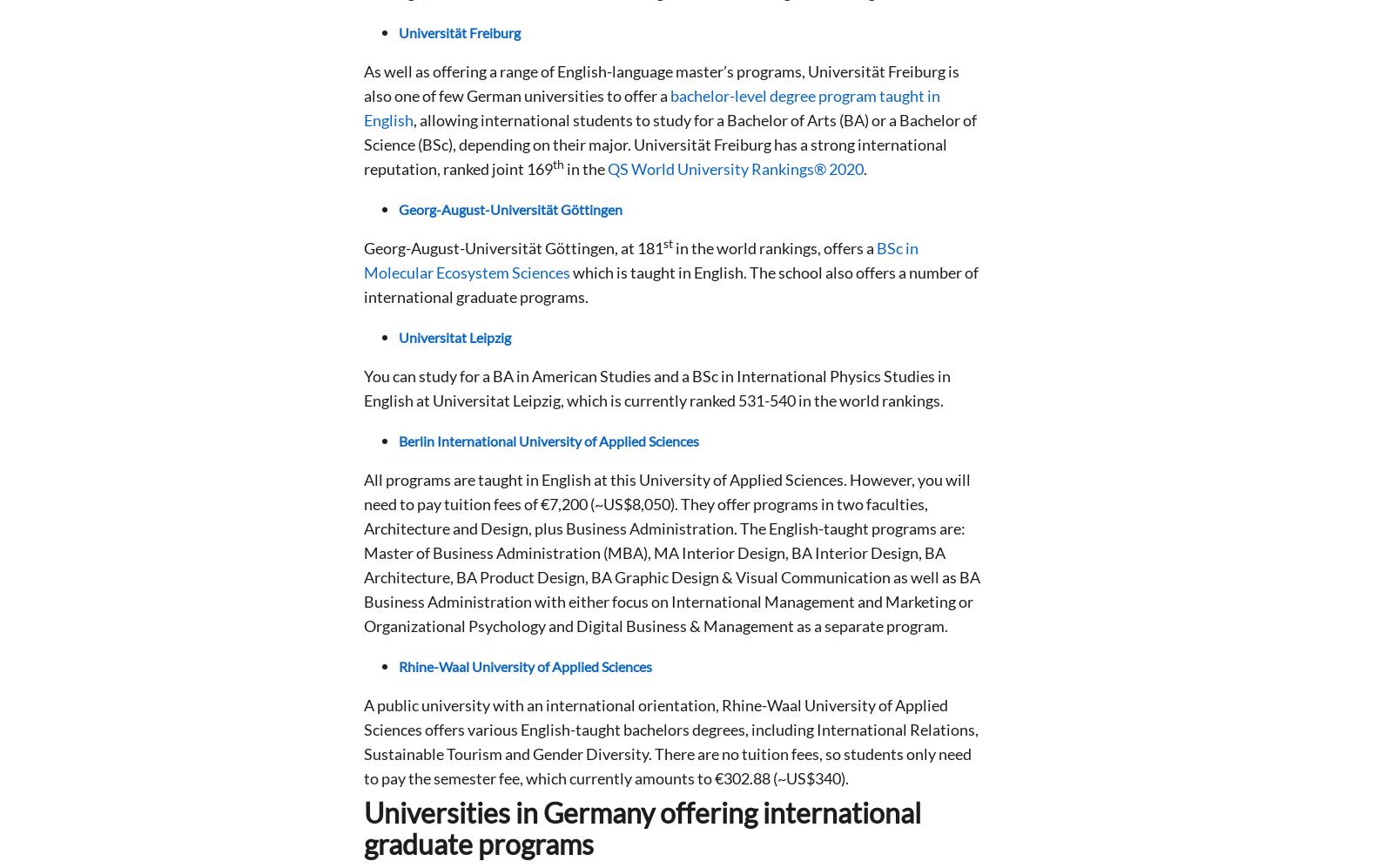 Image resolution: width=1393 pixels, height=868 pixels. What do you see at coordinates (459, 32) in the screenshot?
I see `'Universität Freiburg'` at bounding box center [459, 32].